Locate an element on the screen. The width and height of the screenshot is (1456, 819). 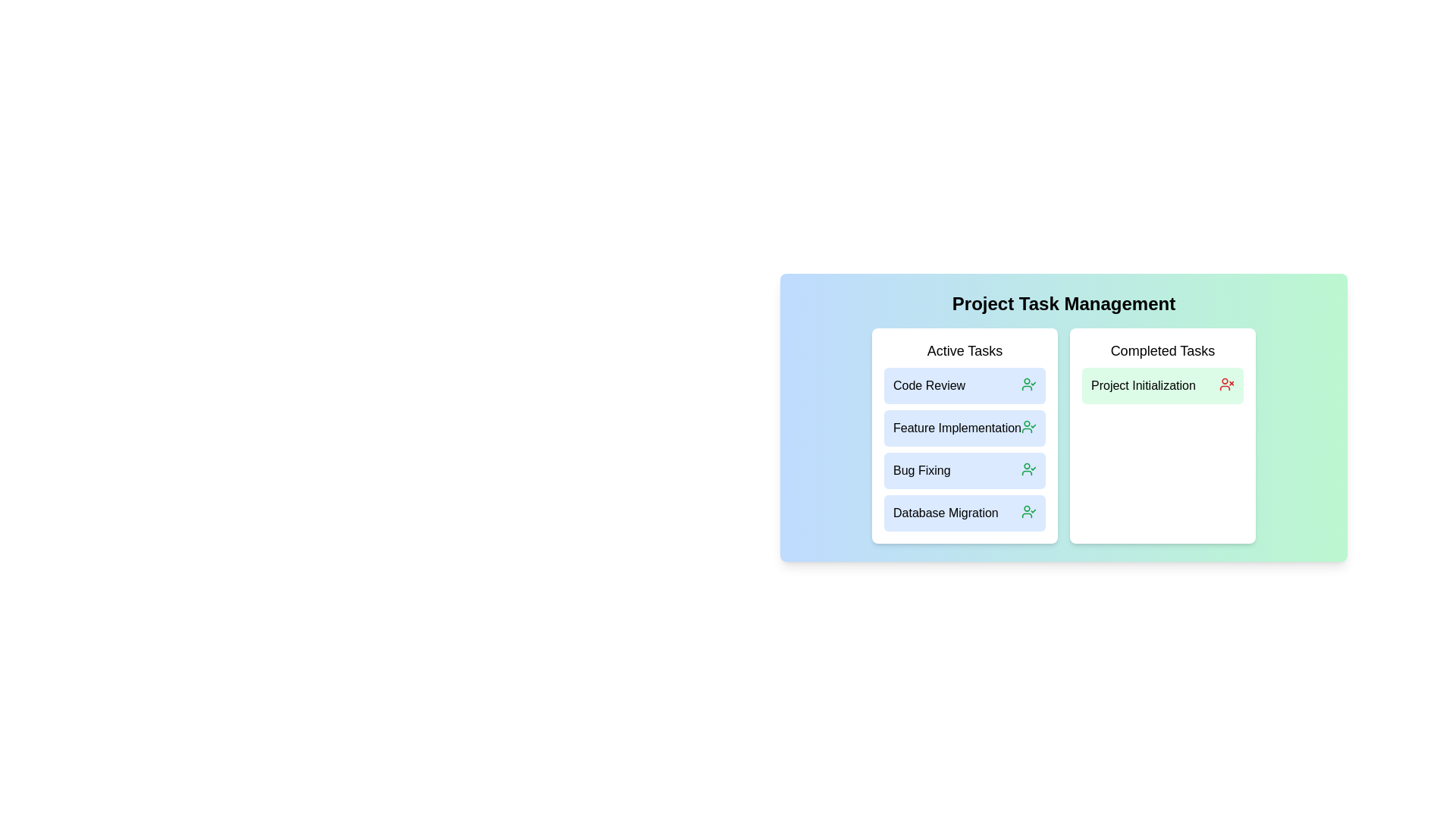
the 'UserCheck' icon associated with the task 'Bug Fixing' is located at coordinates (1029, 468).